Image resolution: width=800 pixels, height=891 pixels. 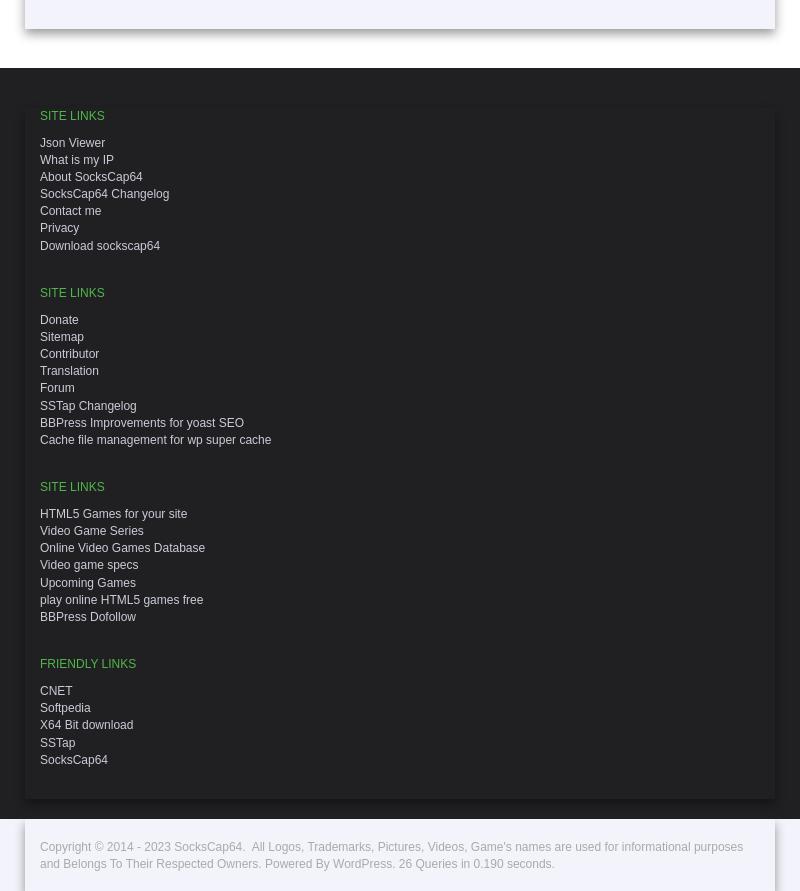 What do you see at coordinates (70, 210) in the screenshot?
I see `'Contact me'` at bounding box center [70, 210].